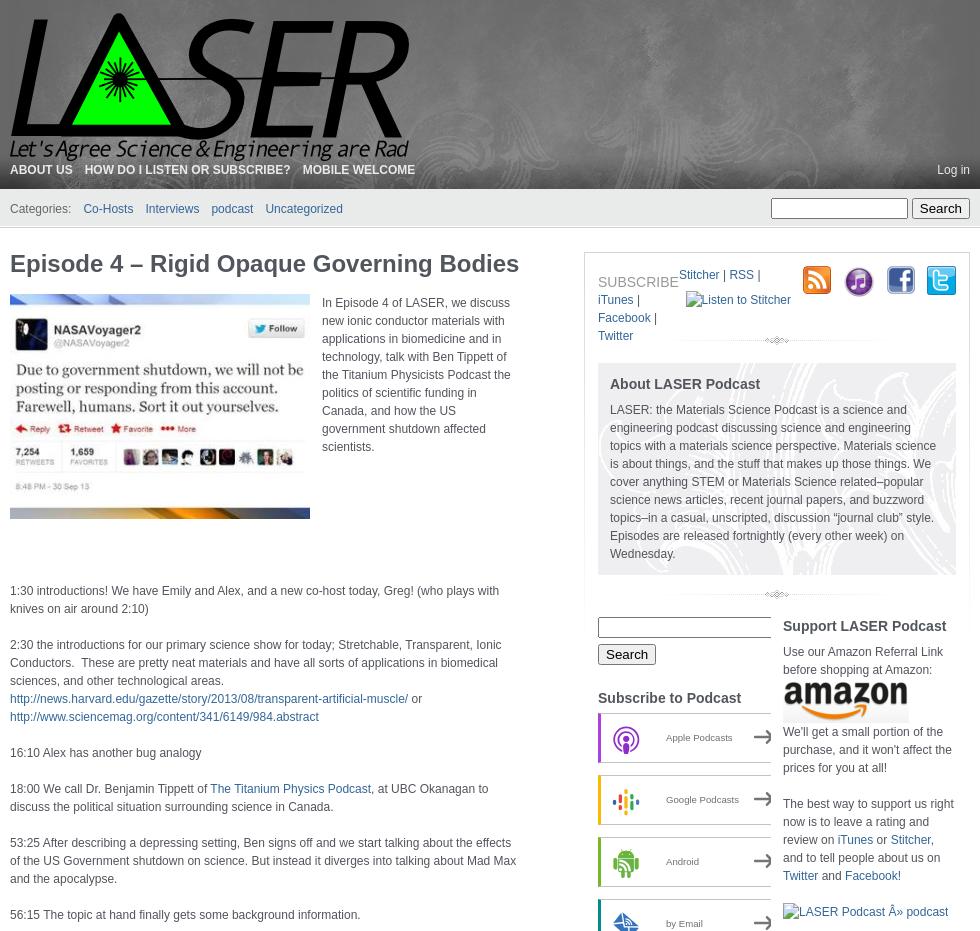 The image size is (980, 931). What do you see at coordinates (263, 859) in the screenshot?
I see `'53:25 After describing a depressing setting, Ben signs off and we start talking about the effects of the US Government shutdown on science. But instead it diverges into talking about Mad Max and the apocalypse.'` at bounding box center [263, 859].